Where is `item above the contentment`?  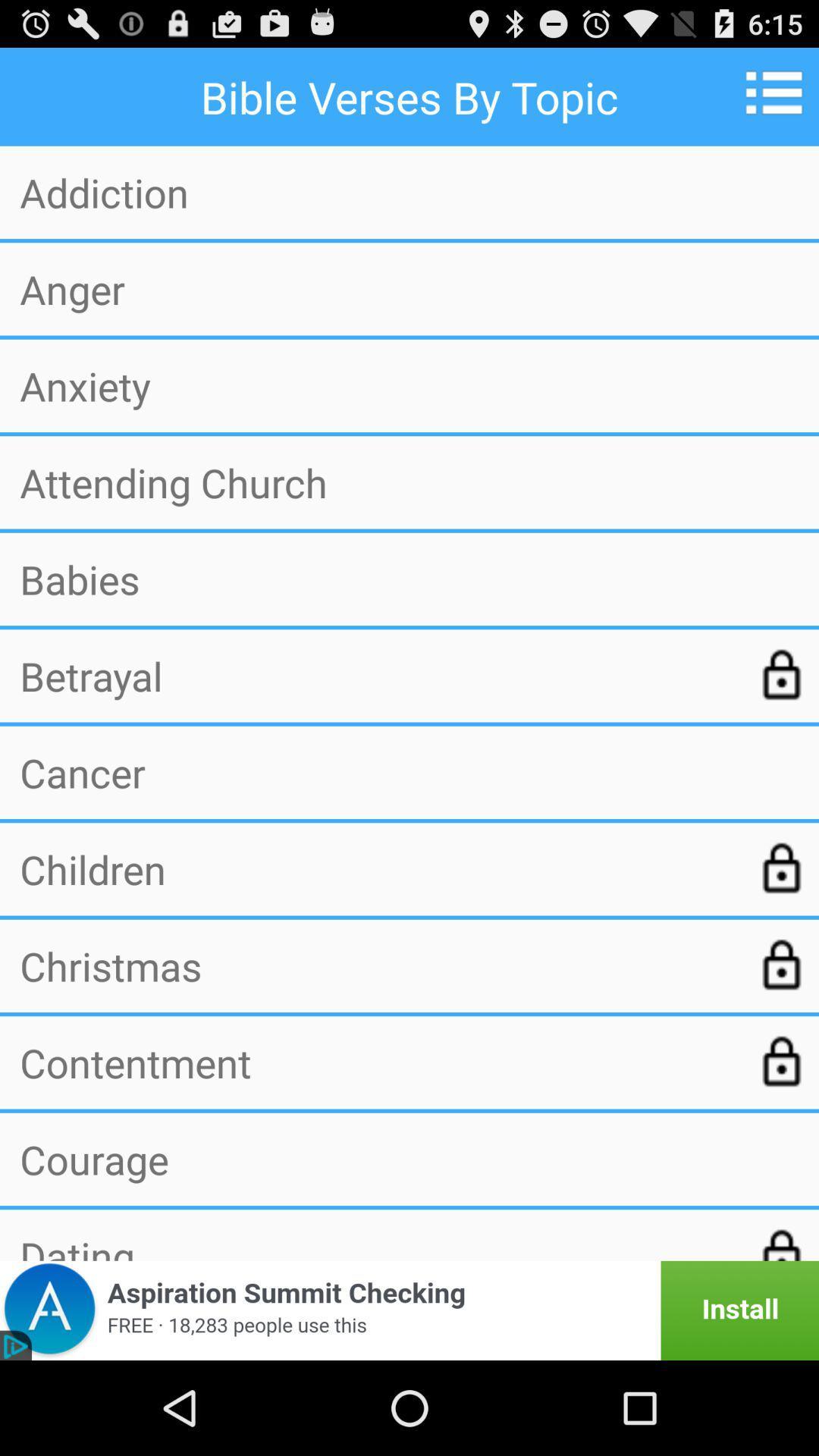
item above the contentment is located at coordinates (376, 965).